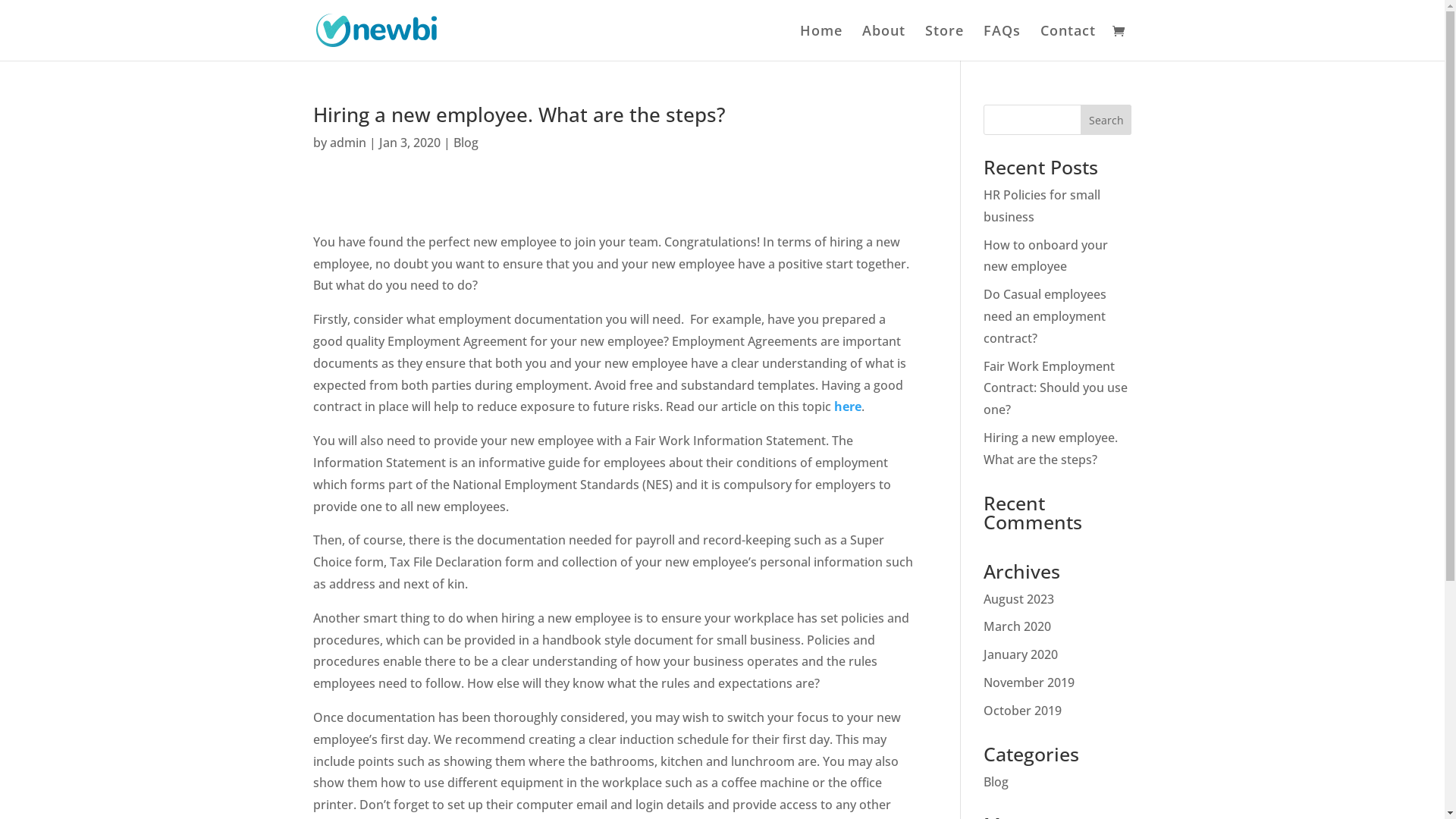 This screenshot has width=1456, height=819. What do you see at coordinates (847, 406) in the screenshot?
I see `'here'` at bounding box center [847, 406].